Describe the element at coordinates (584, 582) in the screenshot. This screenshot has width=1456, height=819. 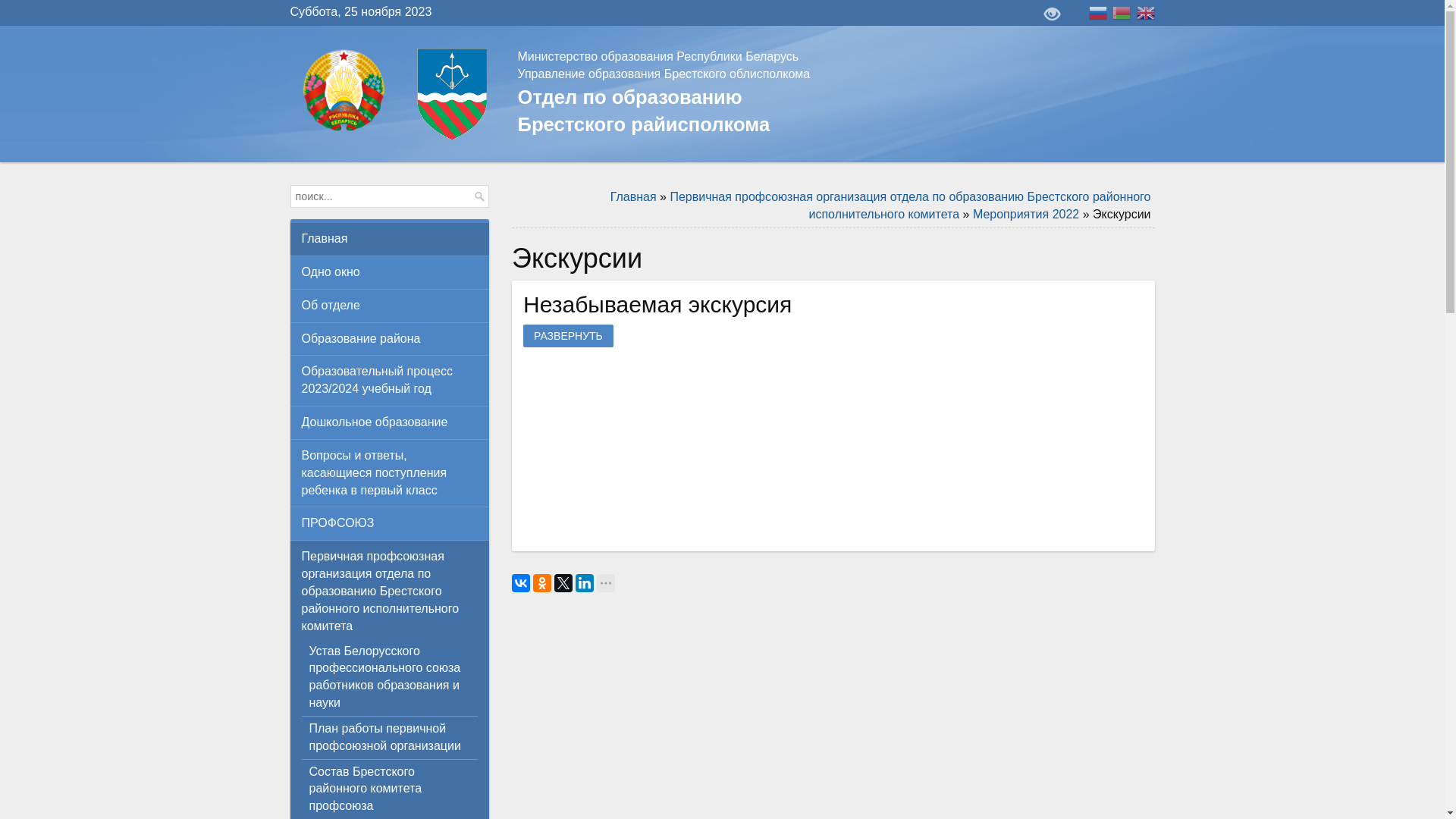
I see `'LinkedIn'` at that location.